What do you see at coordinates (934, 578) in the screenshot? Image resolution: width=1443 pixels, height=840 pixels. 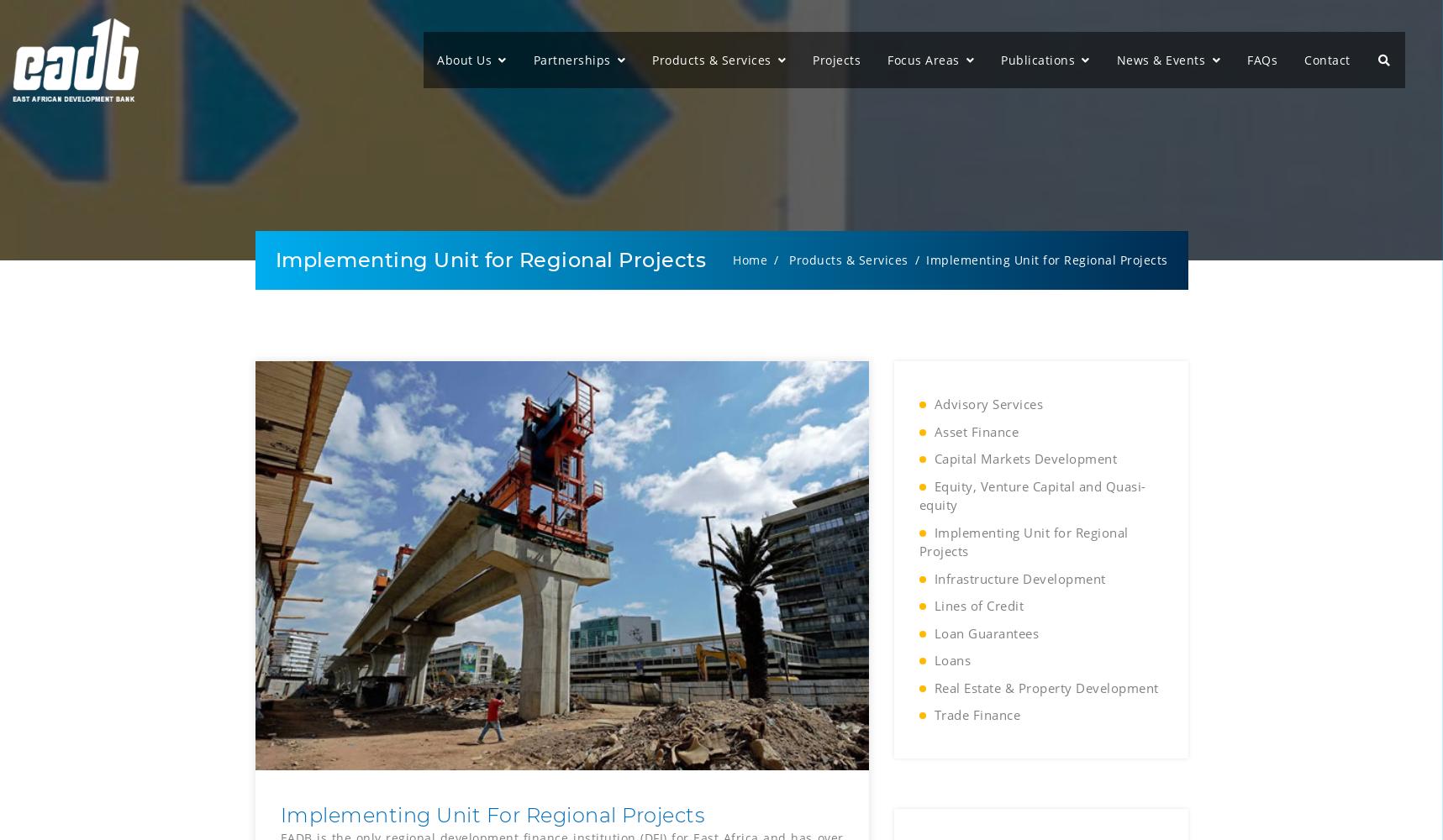 I see `'Infrastructure Development'` at bounding box center [934, 578].